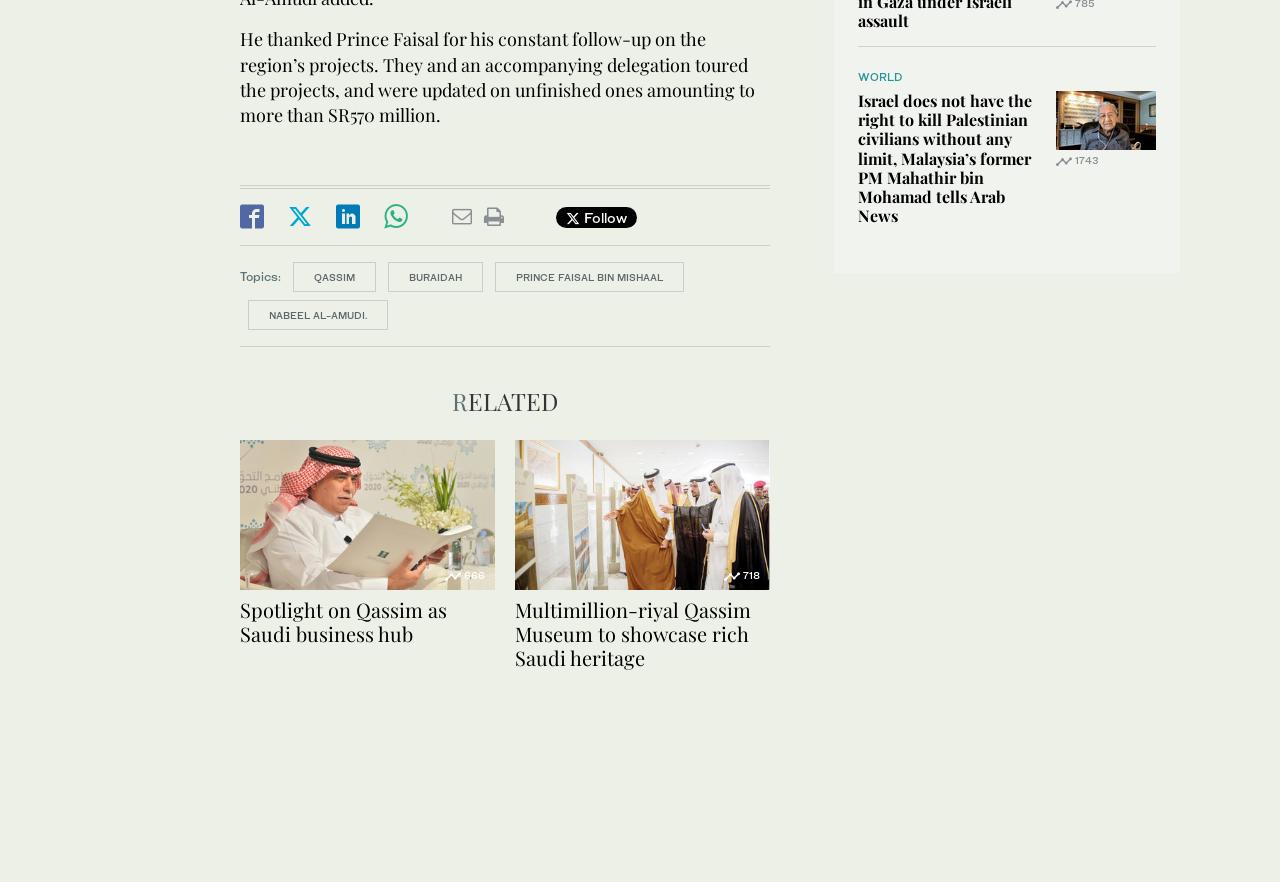 The image size is (1280, 882). I want to click on 'Multimillion-riyal Qassim Museum to showcase rich Saudi heritage', so click(631, 633).